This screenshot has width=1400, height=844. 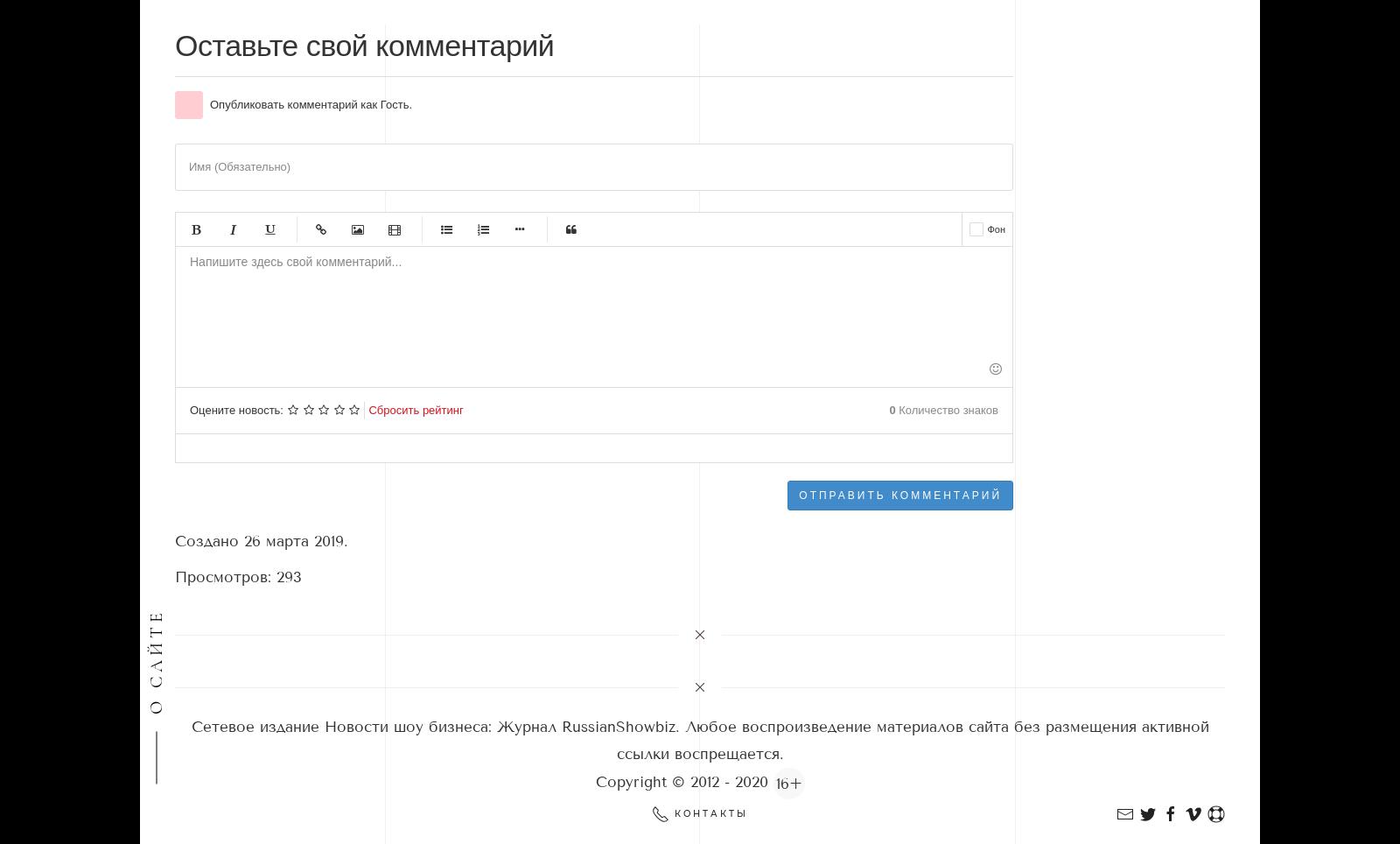 I want to click on '16+', so click(x=787, y=782).